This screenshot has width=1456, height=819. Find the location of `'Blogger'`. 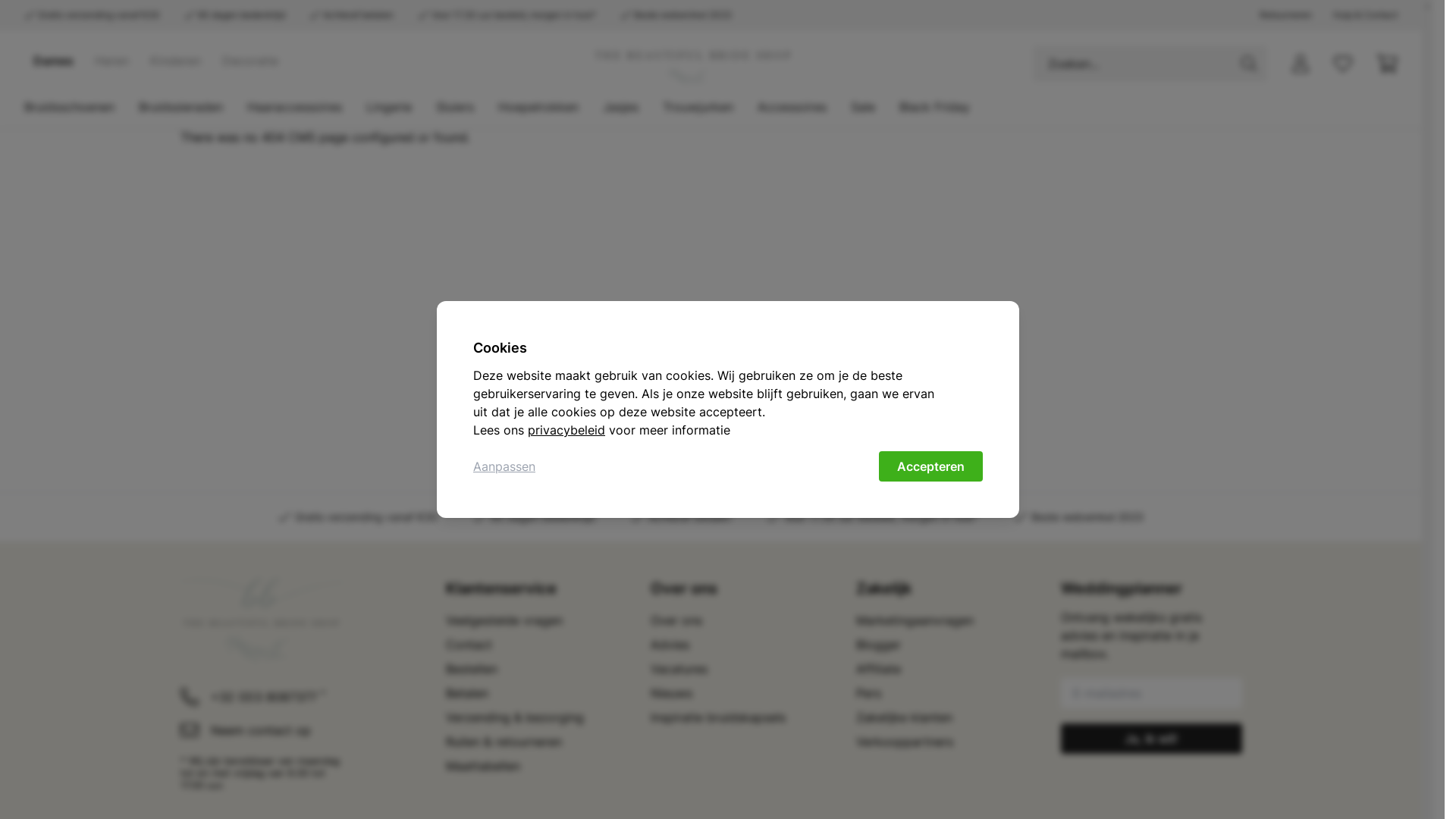

'Blogger' is located at coordinates (877, 644).